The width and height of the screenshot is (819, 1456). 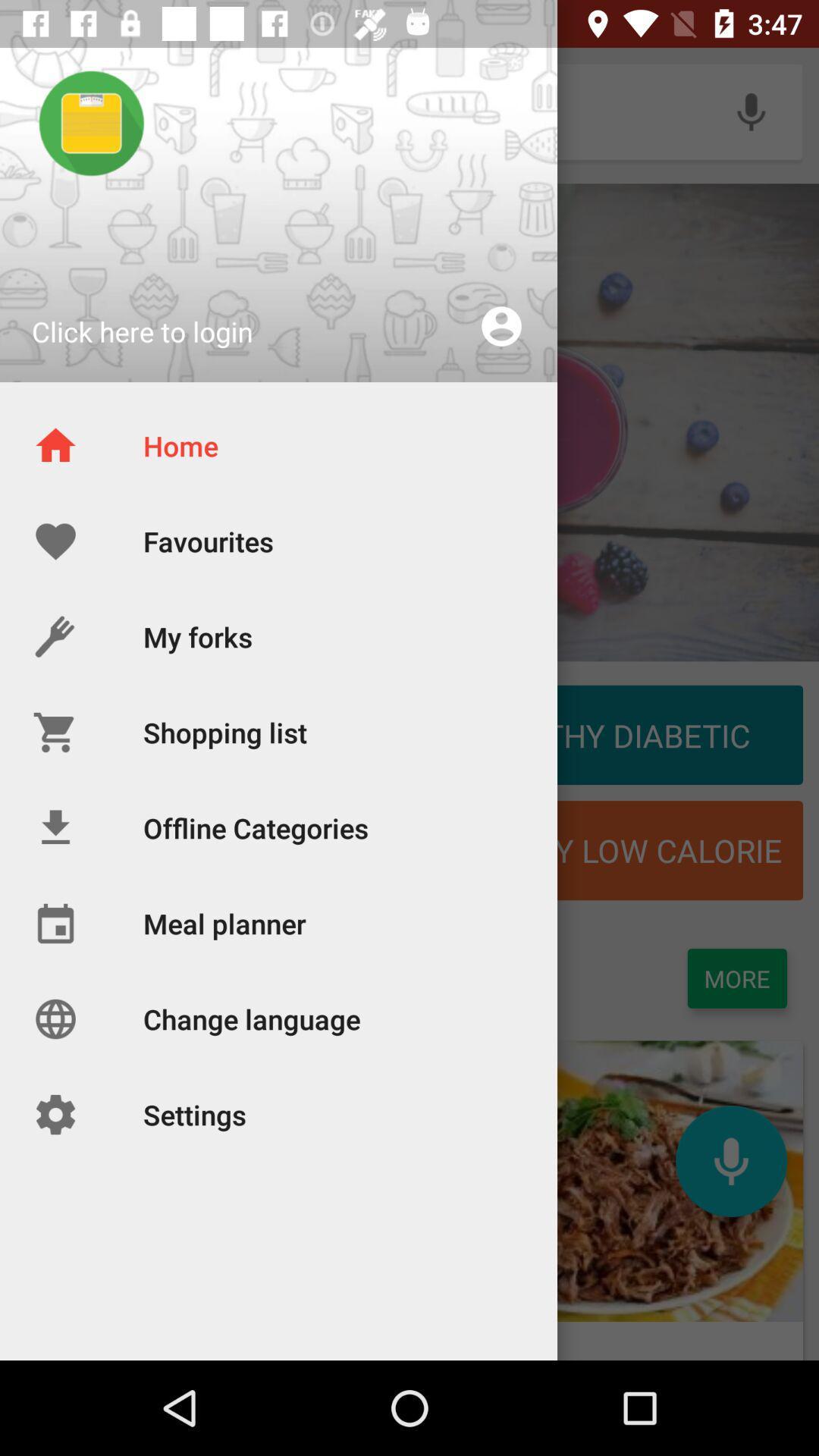 I want to click on green button at bottom right, so click(x=736, y=978).